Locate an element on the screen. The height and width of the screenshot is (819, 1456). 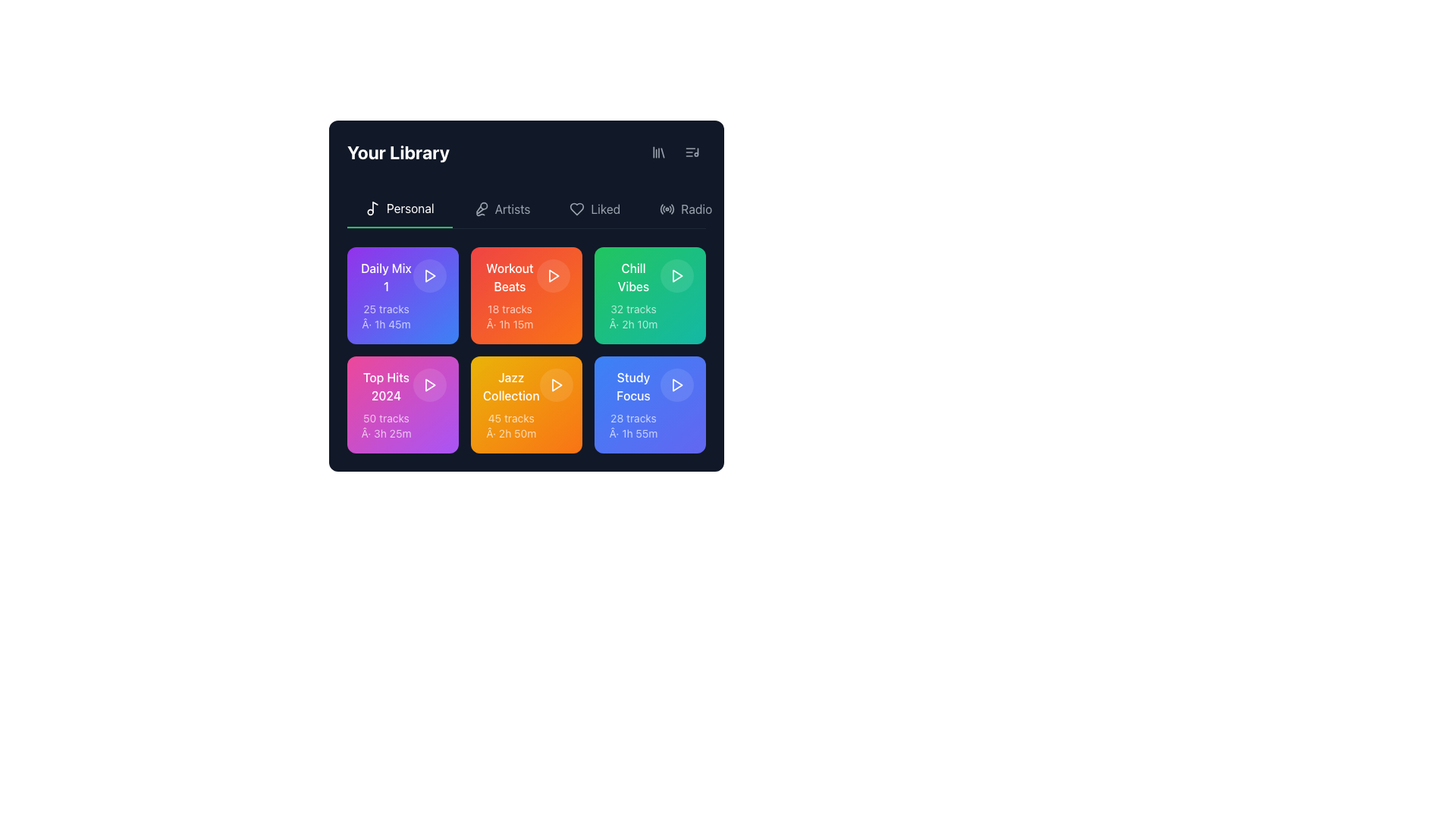
the circular button with a semi-transparent background and a white play icon to initiate playback is located at coordinates (552, 275).